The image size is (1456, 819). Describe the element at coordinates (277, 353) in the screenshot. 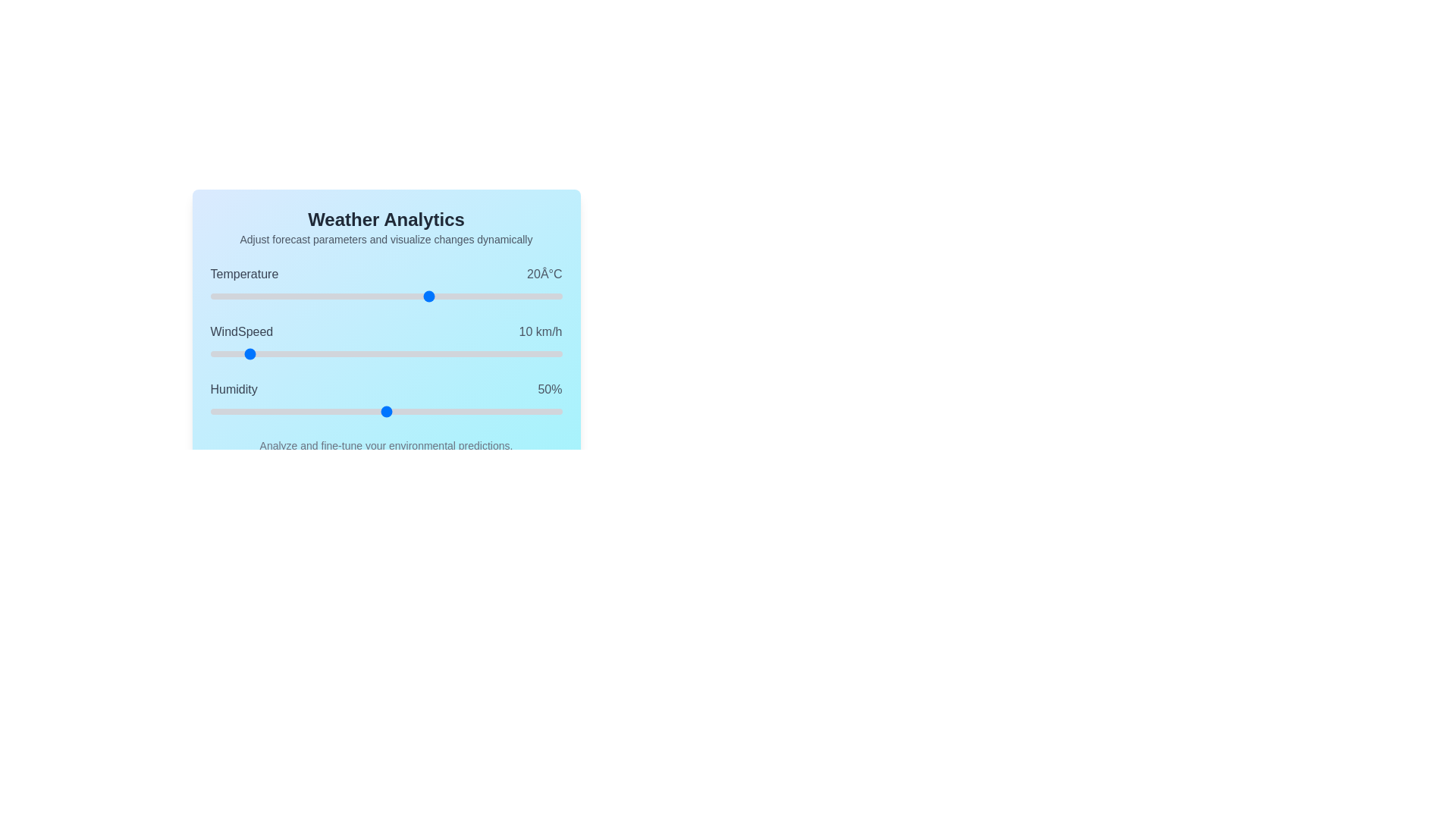

I see `the WindSpeed slider to 19 km/h` at that location.